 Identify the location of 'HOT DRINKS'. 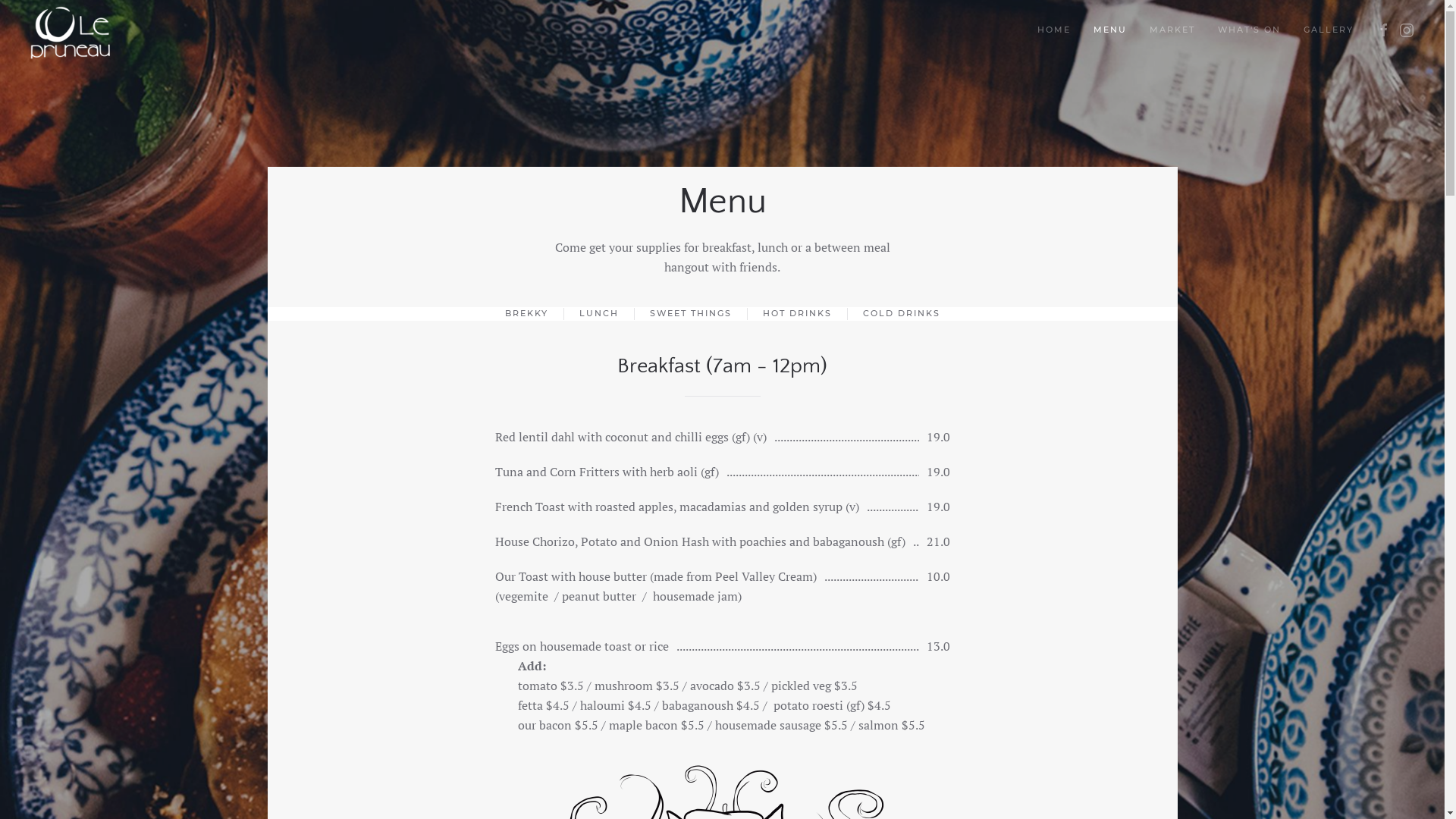
(796, 312).